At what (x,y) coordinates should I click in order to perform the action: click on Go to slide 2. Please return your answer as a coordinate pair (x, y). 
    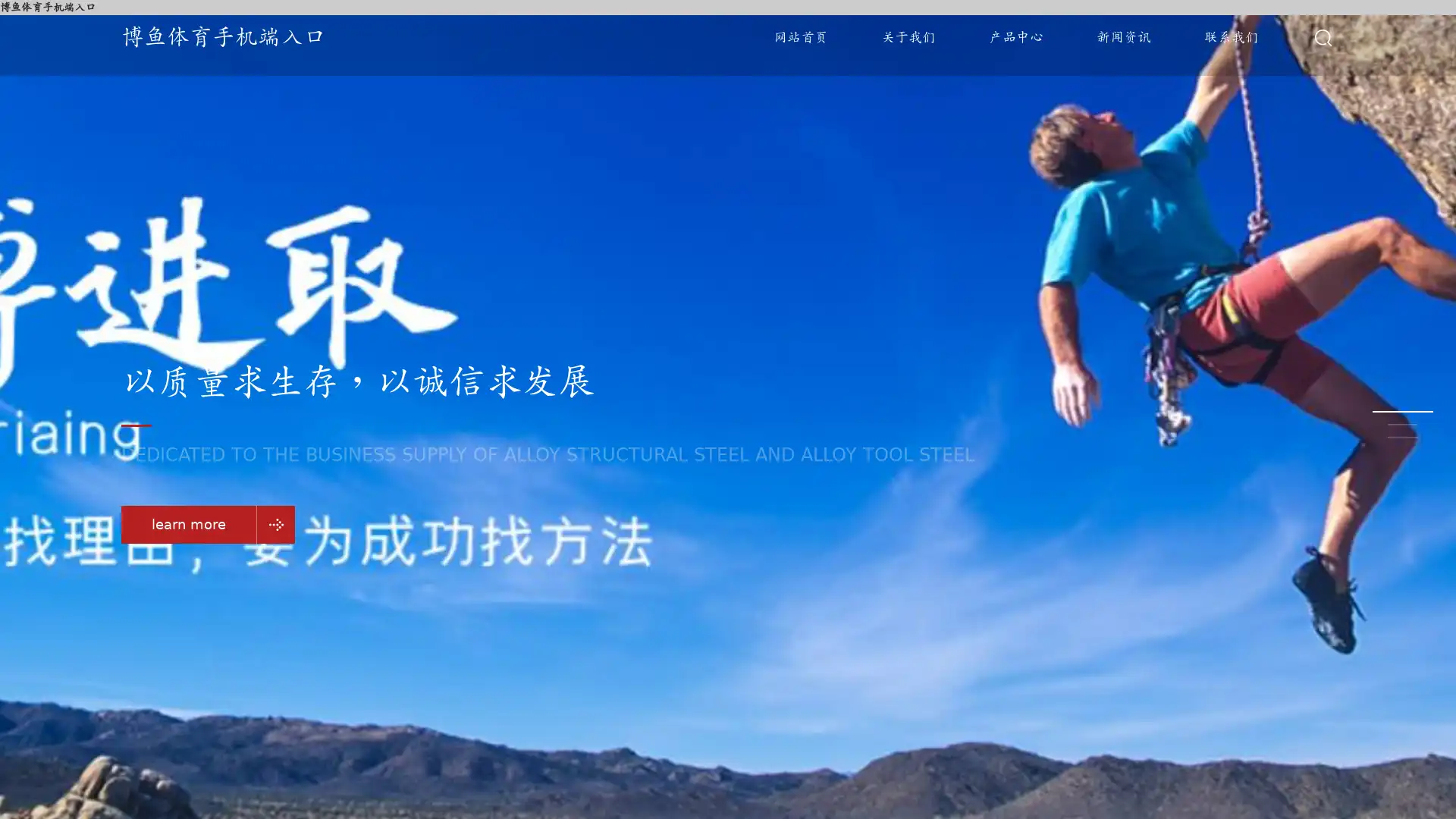
    Looking at the image, I should click on (1401, 424).